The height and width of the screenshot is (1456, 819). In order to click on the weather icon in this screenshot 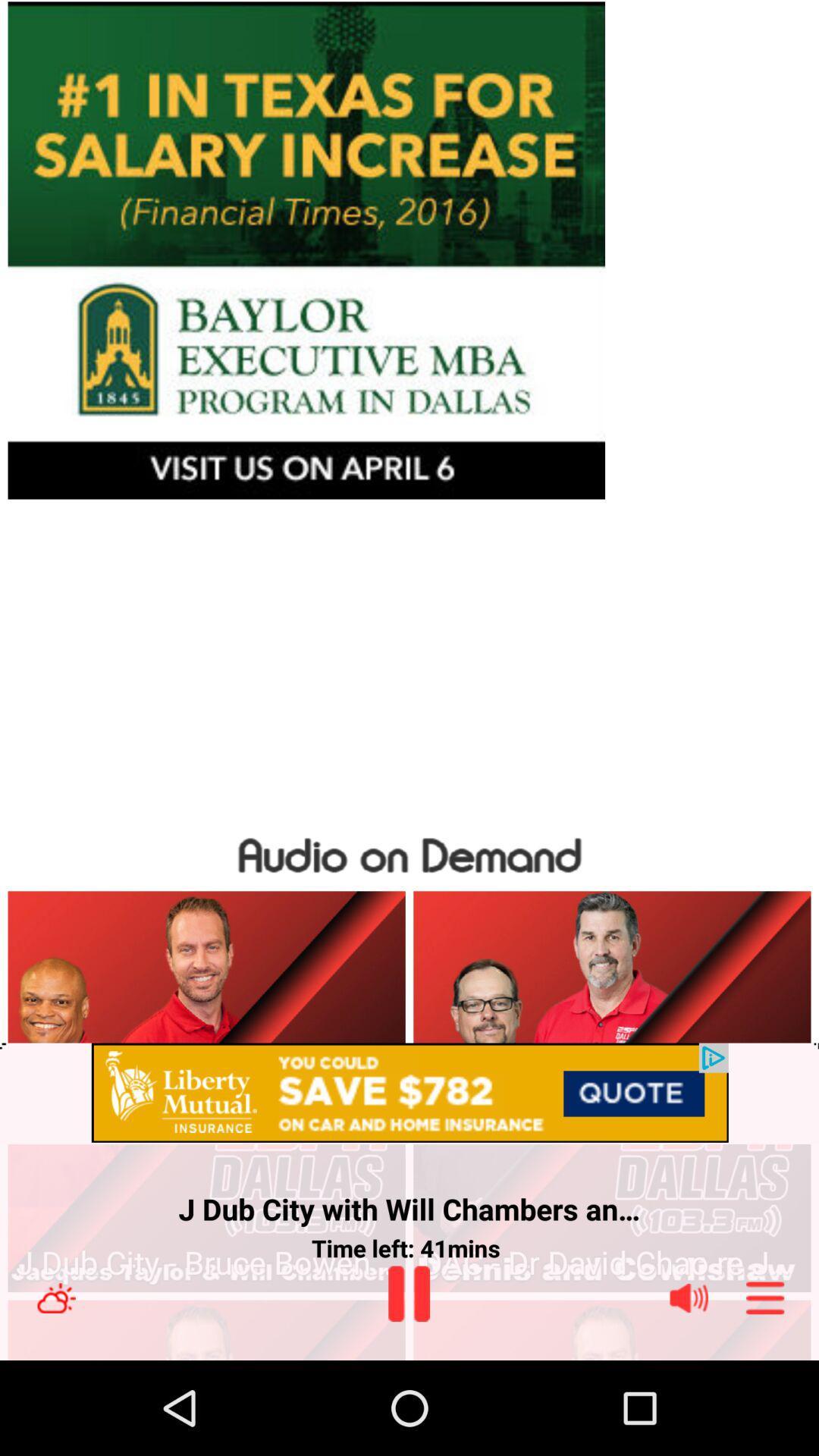, I will do `click(55, 1389)`.